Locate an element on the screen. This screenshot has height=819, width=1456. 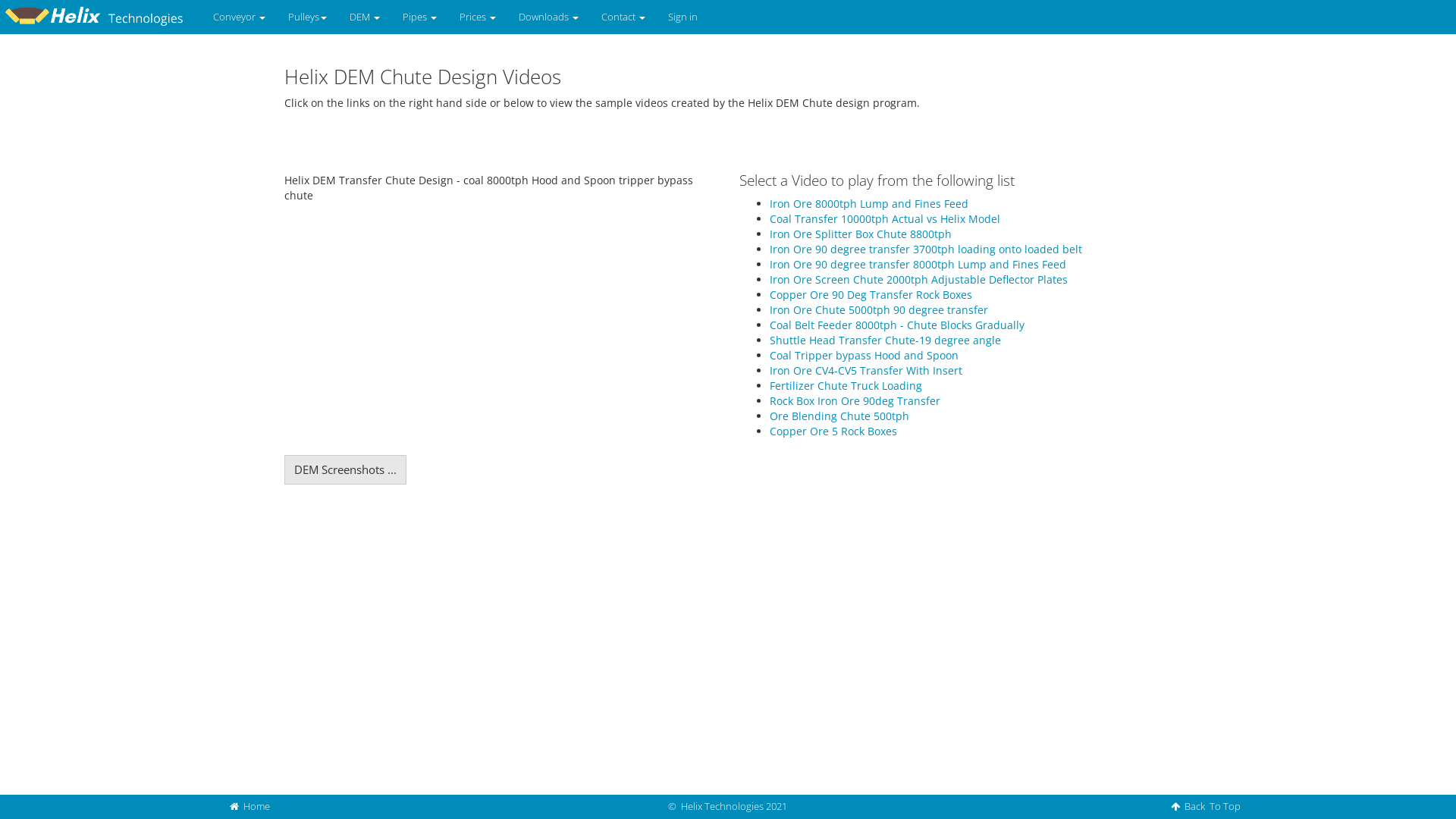
'DEM Screenshots ...' is located at coordinates (344, 469).